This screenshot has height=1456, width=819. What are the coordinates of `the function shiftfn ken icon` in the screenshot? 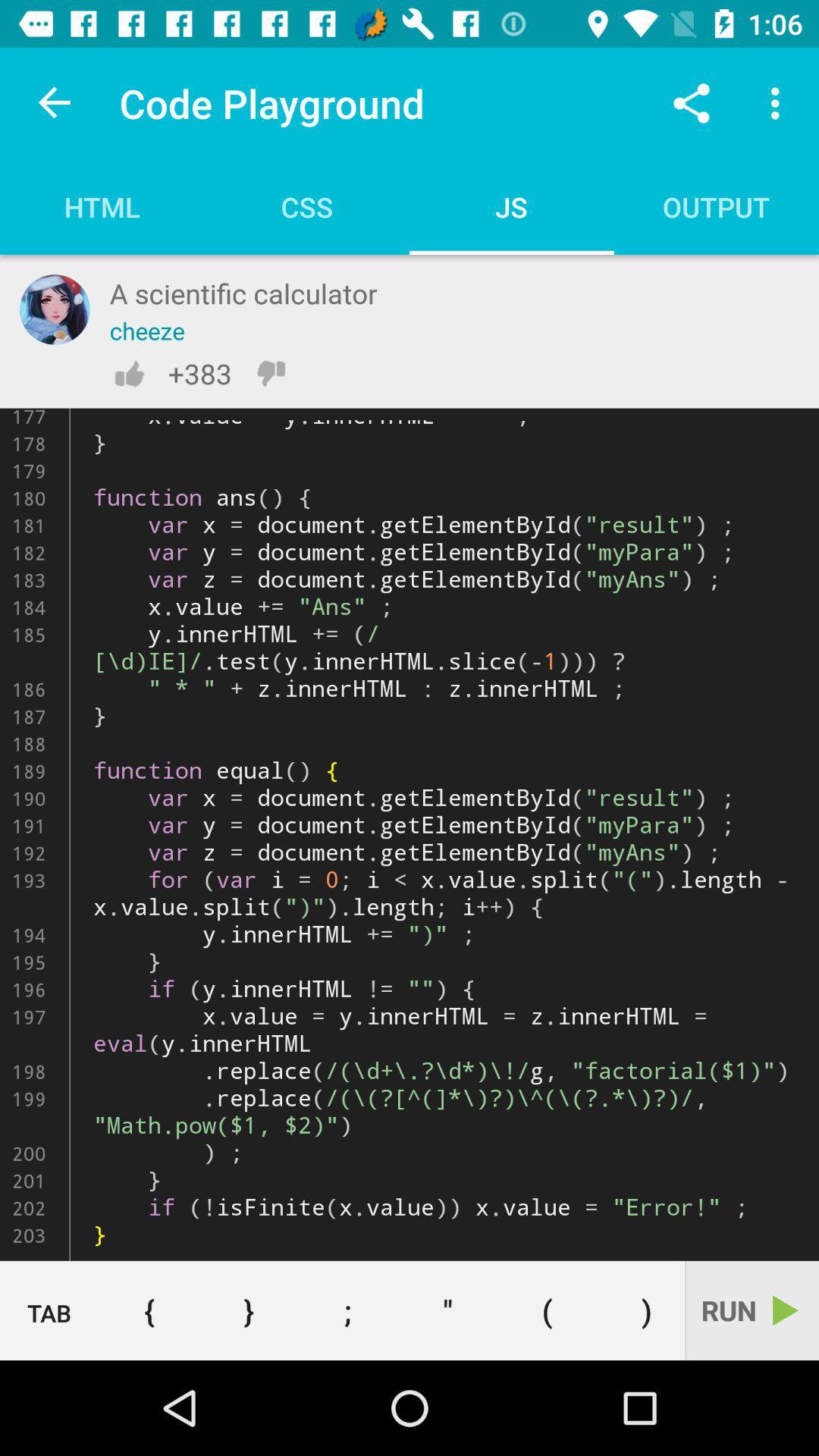 It's located at (409, 833).